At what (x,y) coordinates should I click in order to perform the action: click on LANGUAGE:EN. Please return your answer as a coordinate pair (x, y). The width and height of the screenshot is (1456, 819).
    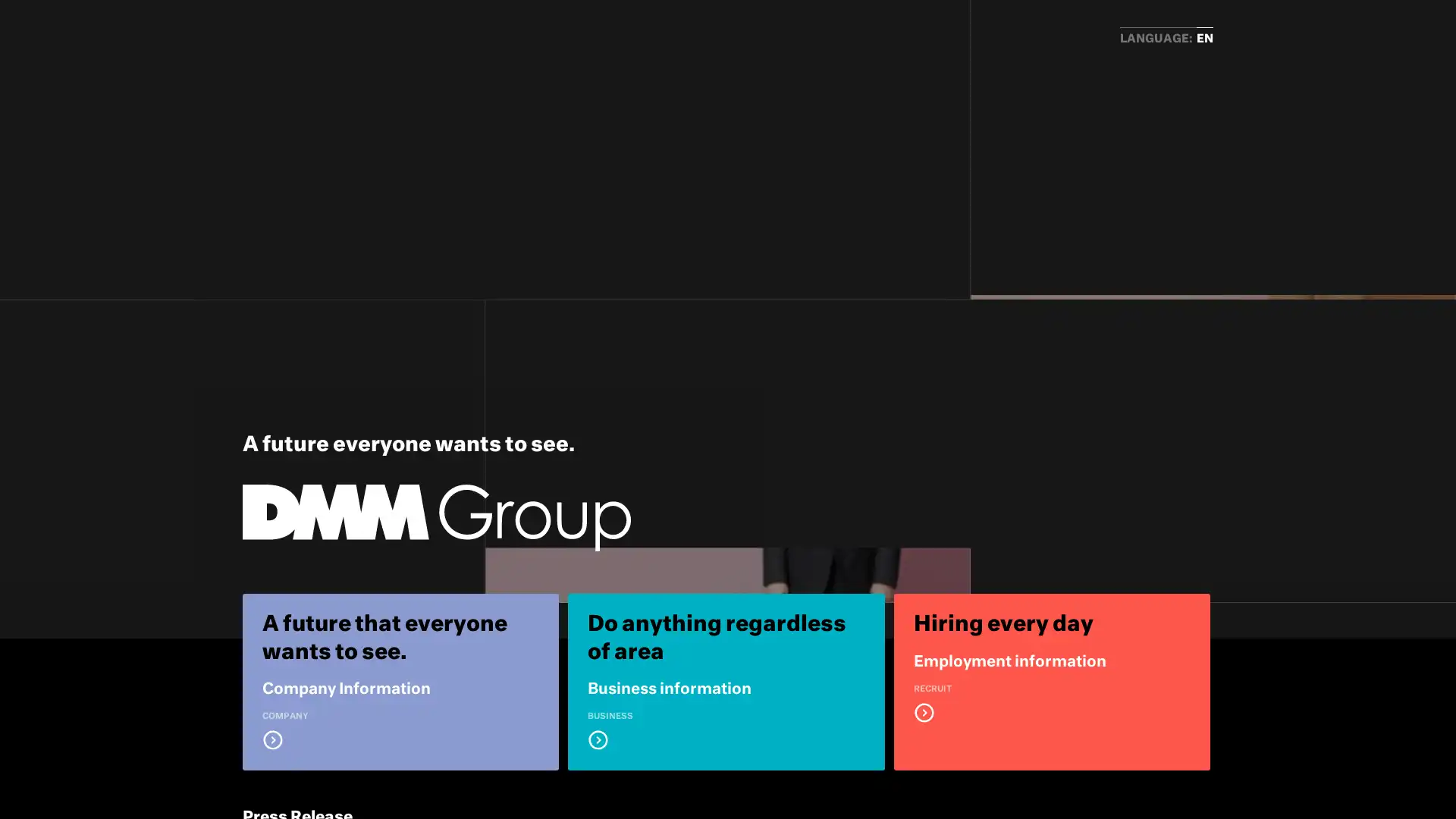
    Looking at the image, I should click on (1166, 38).